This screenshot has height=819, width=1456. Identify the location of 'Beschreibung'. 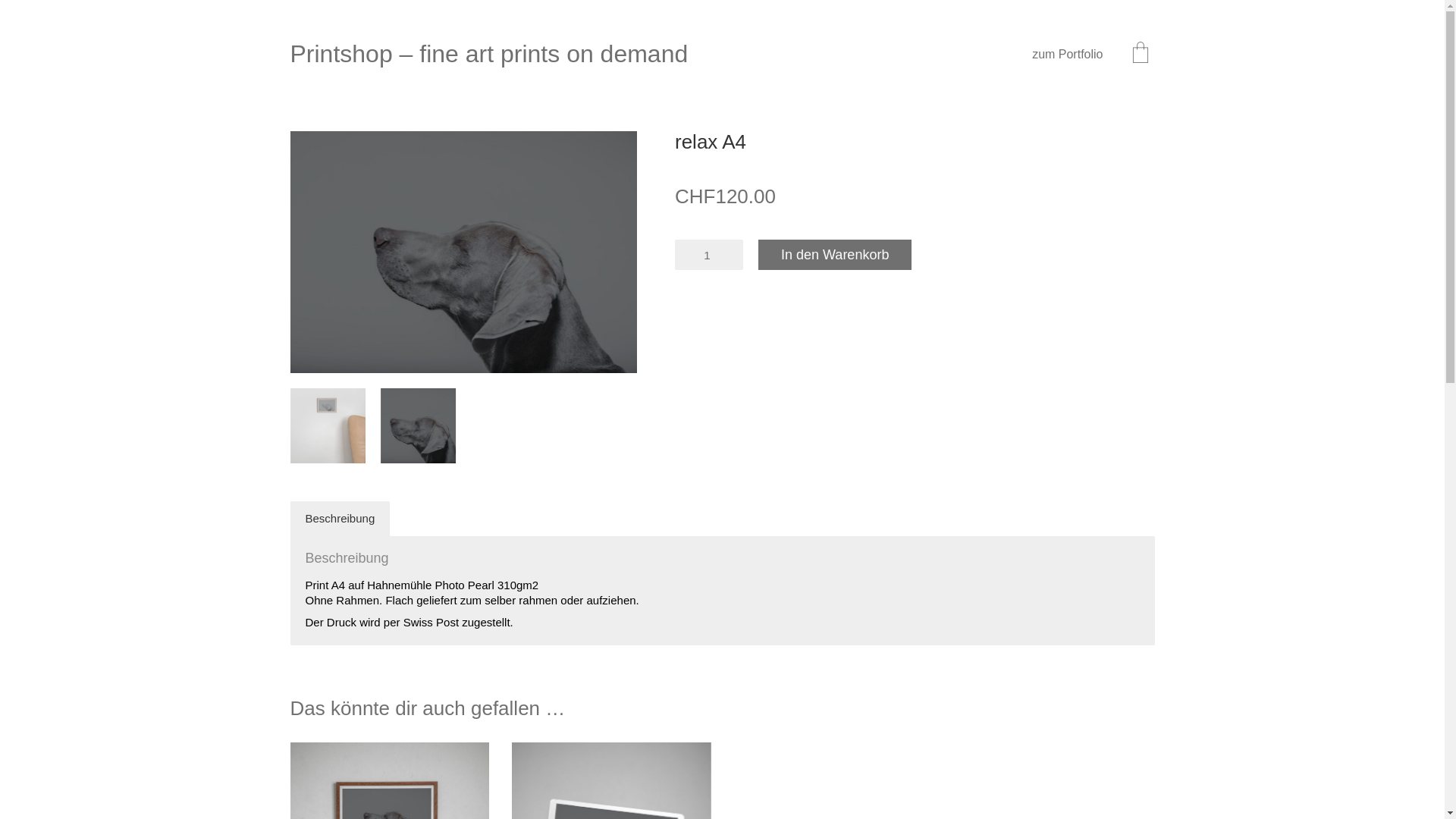
(338, 517).